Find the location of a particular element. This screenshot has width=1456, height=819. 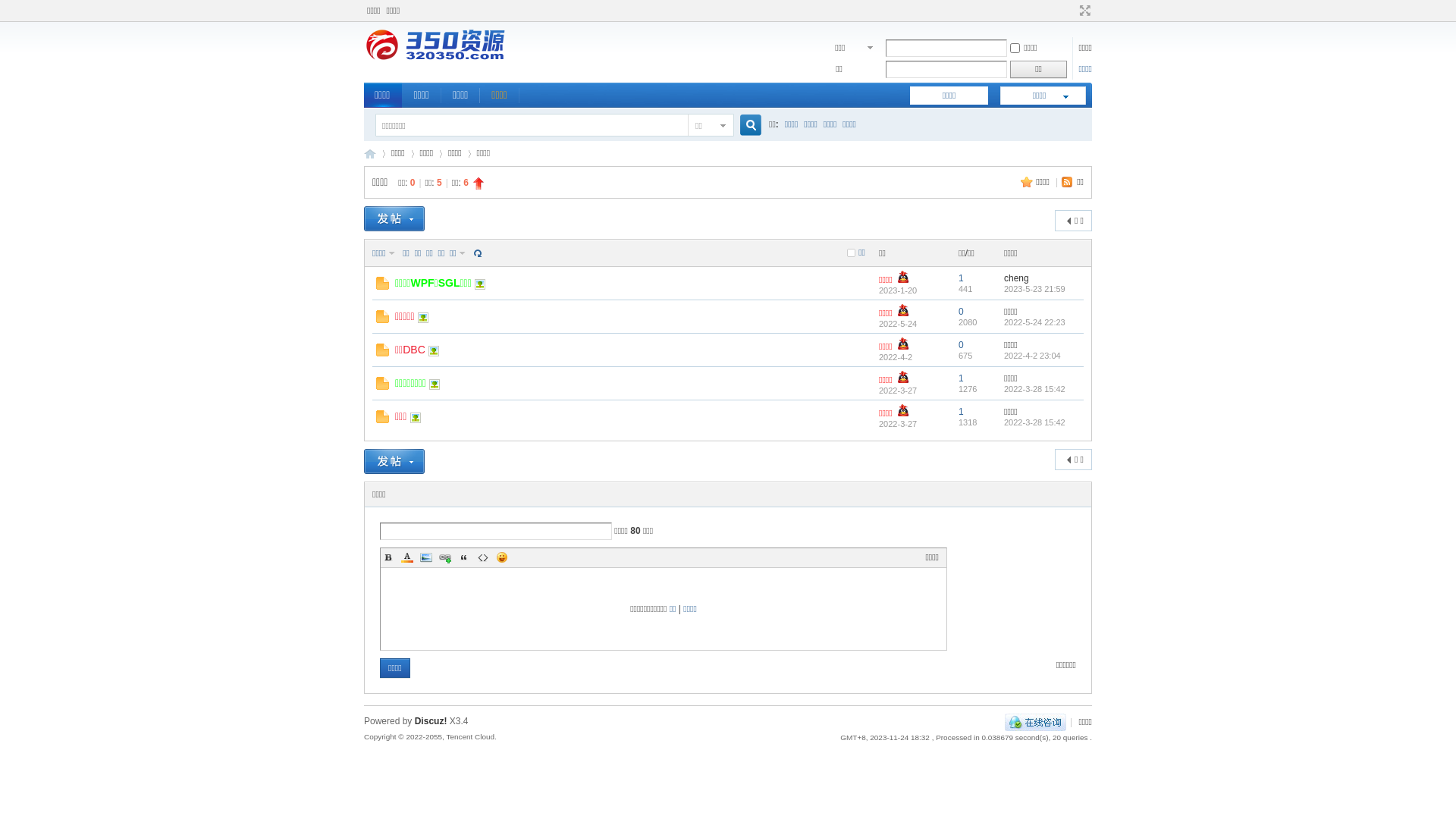

'Color' is located at coordinates (400, 557).